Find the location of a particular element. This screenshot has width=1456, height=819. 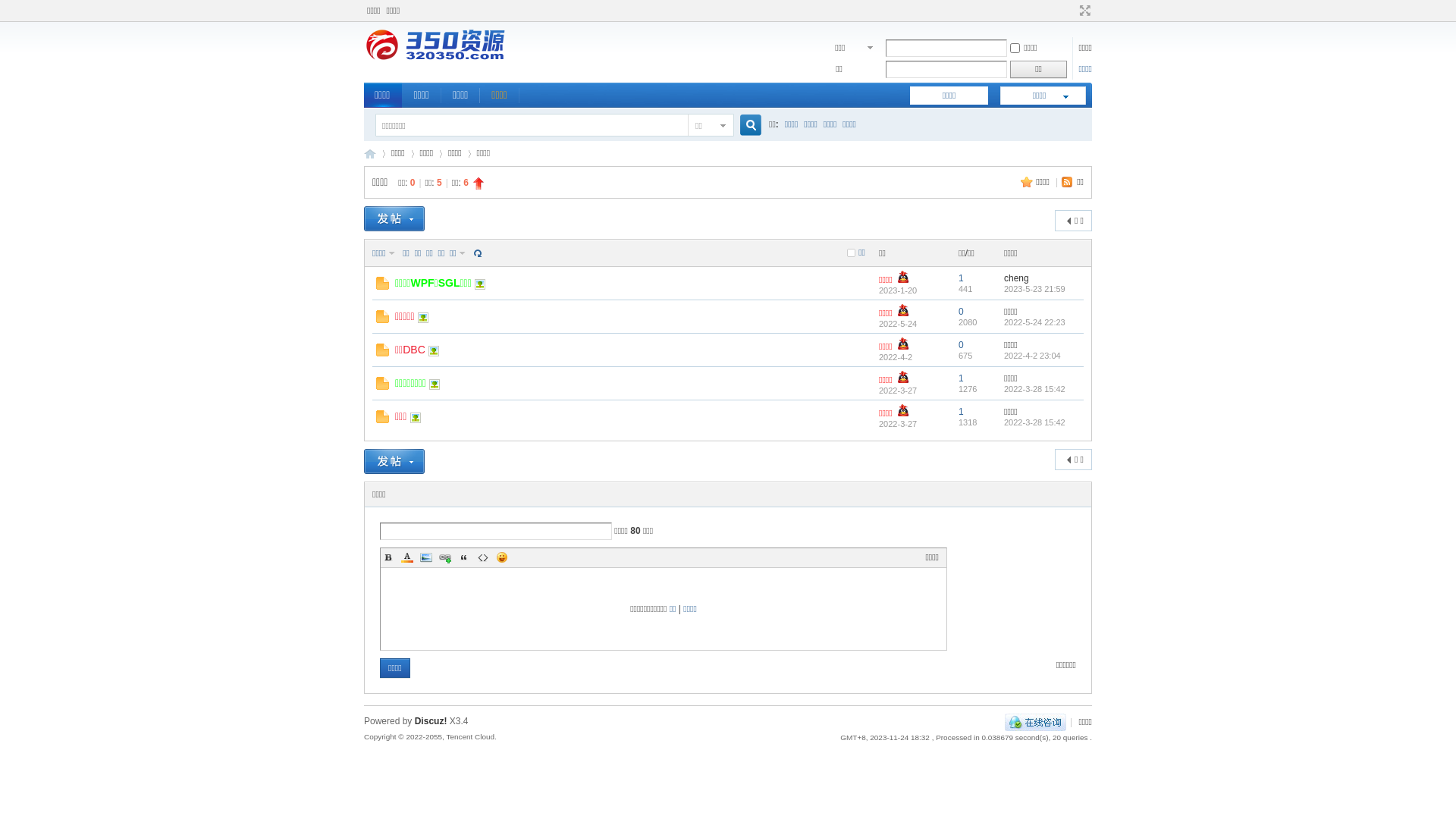

'Color' is located at coordinates (400, 557).